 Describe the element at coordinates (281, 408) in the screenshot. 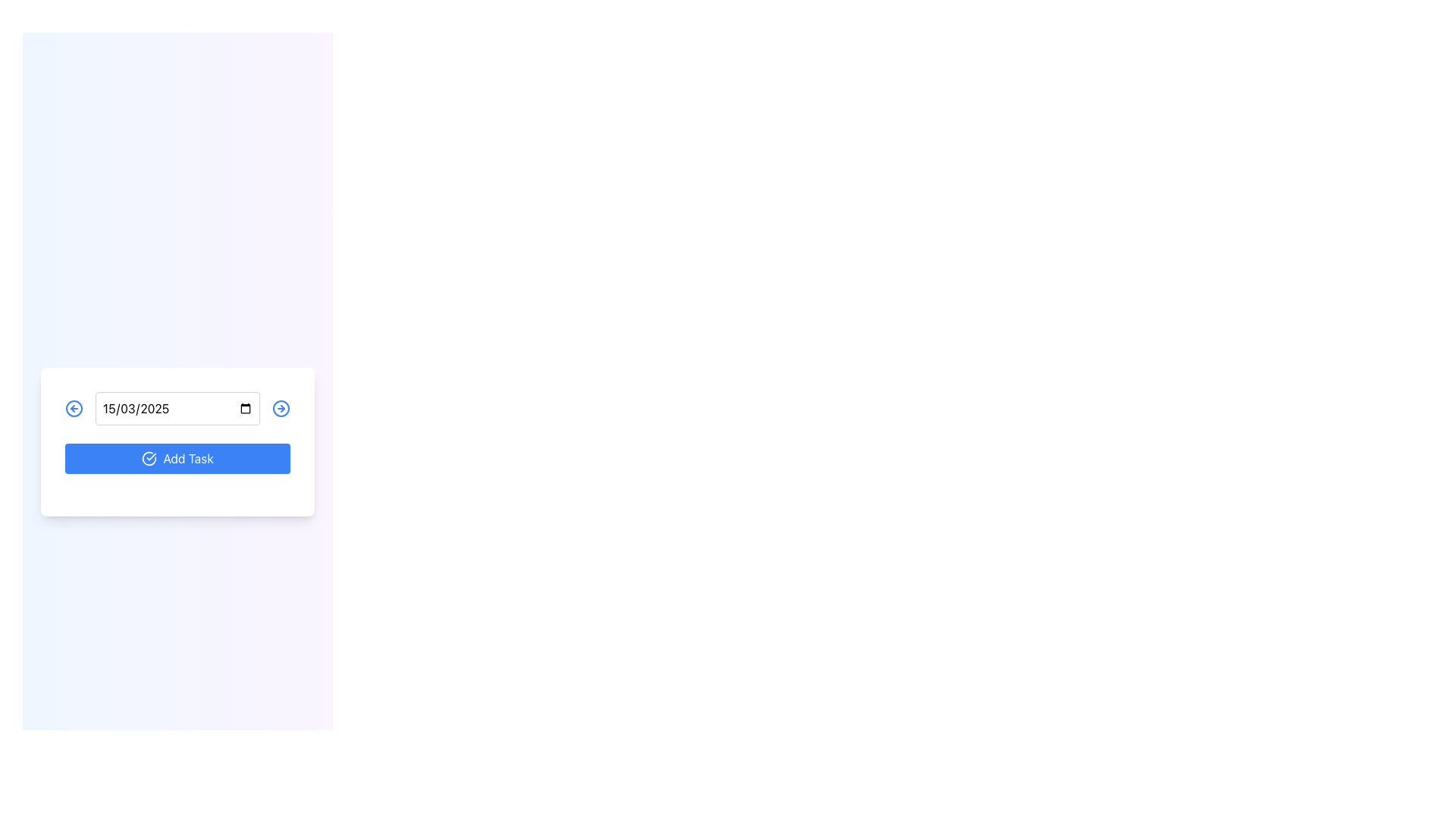

I see `the navigation icon located at the right end of the toolbar` at that location.